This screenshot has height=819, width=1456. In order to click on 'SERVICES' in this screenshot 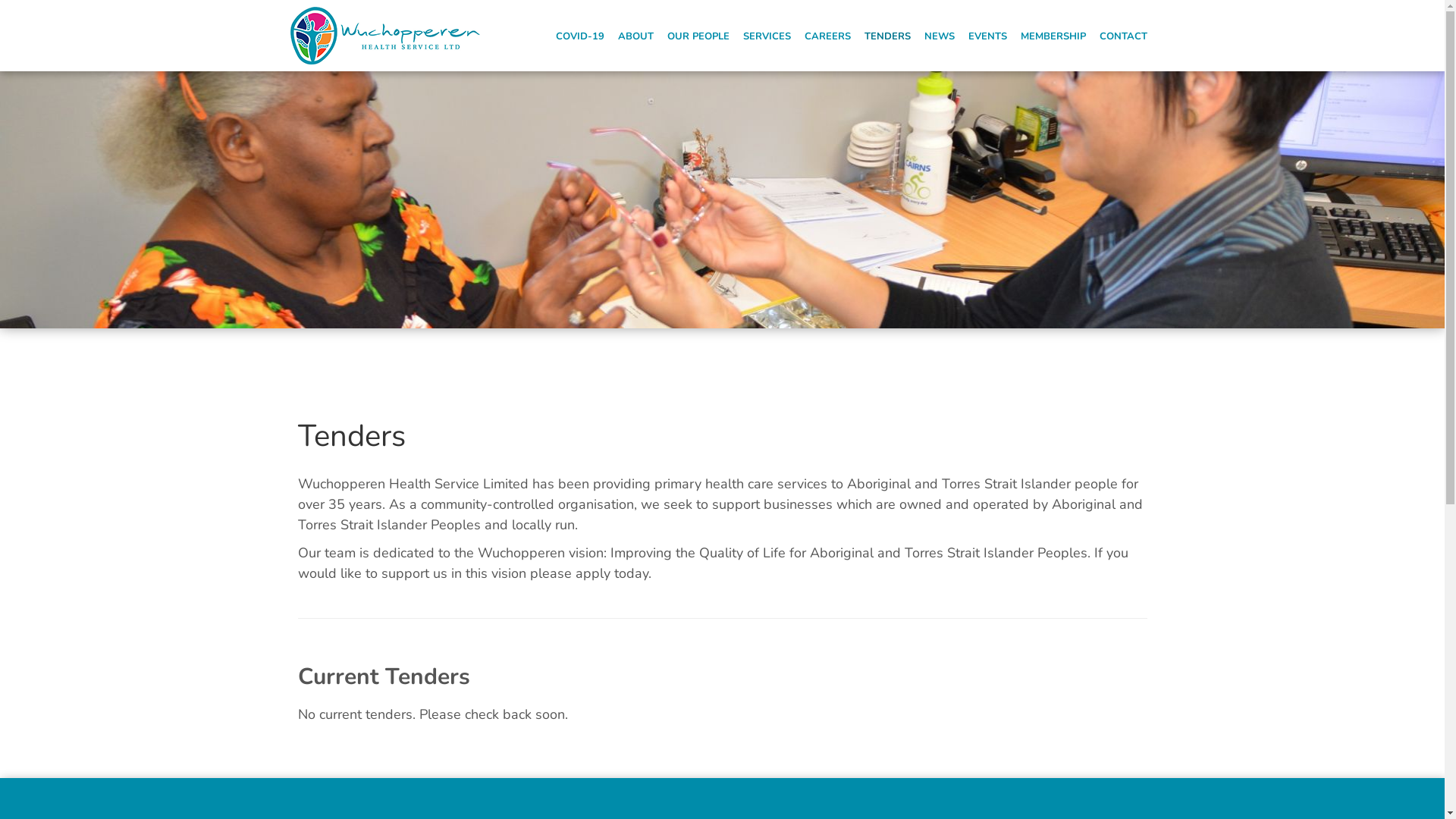, I will do `click(767, 35)`.